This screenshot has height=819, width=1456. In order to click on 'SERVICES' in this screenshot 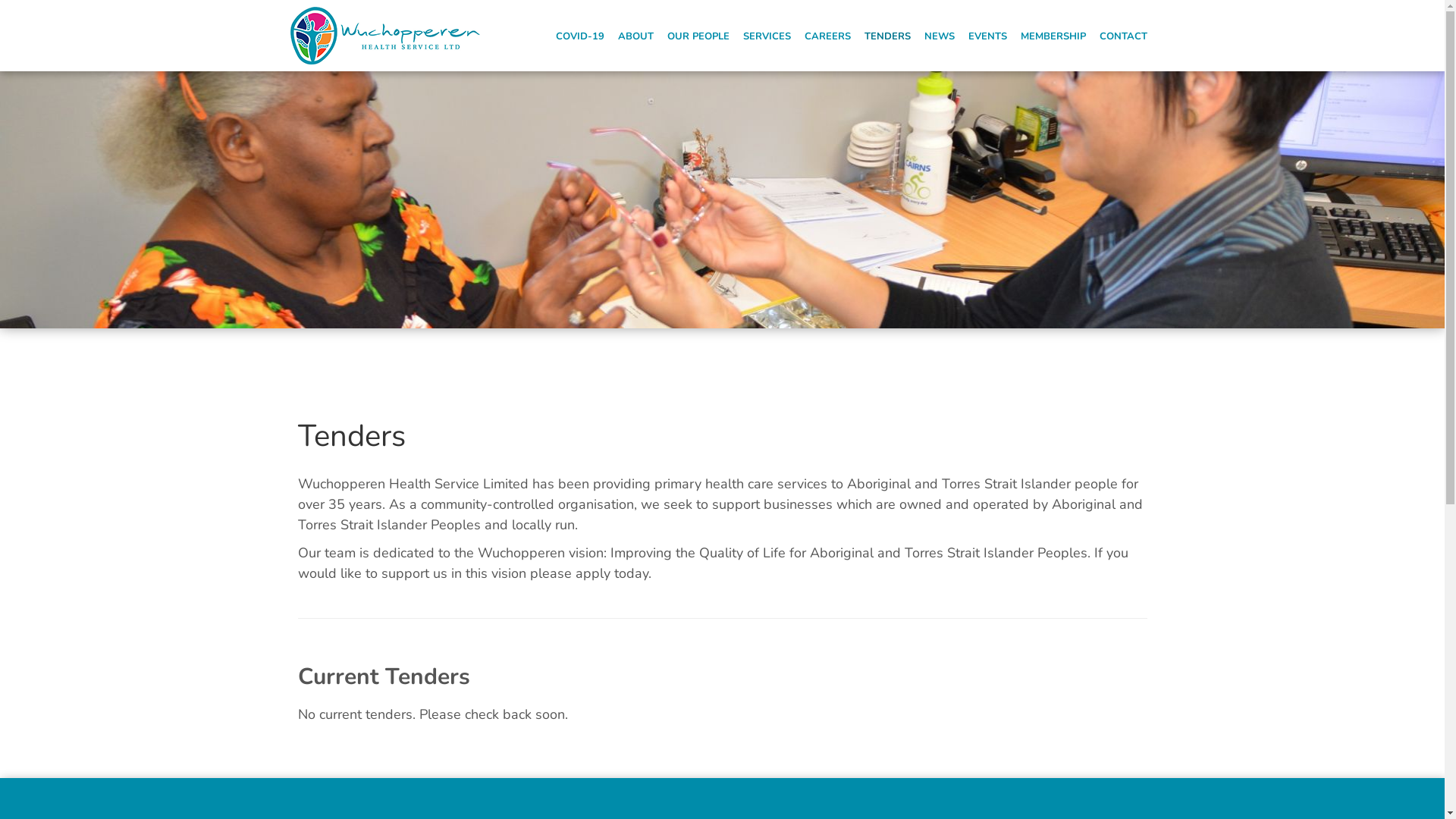, I will do `click(767, 35)`.